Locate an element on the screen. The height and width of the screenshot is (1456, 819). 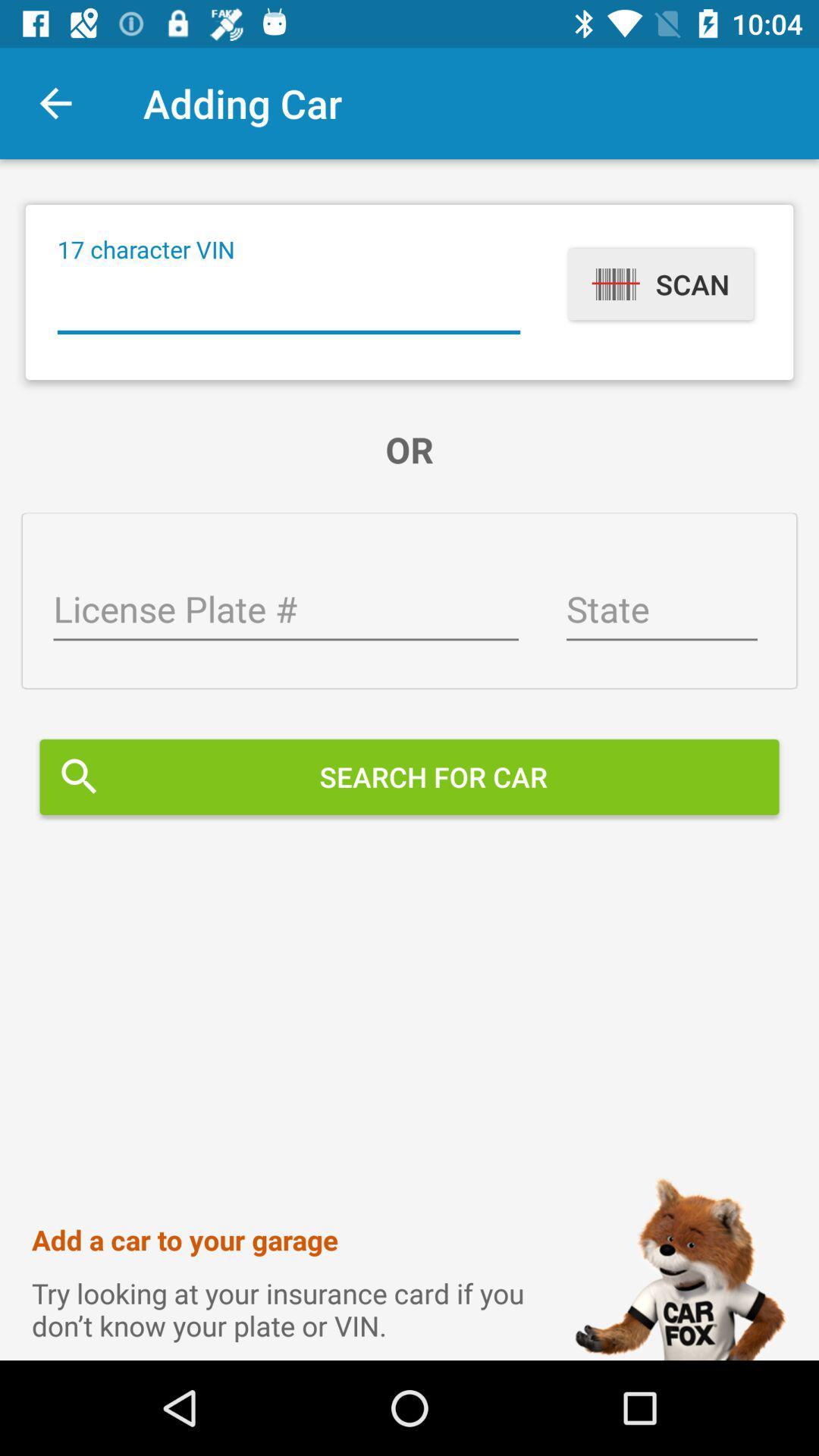
code enter is located at coordinates (289, 303).